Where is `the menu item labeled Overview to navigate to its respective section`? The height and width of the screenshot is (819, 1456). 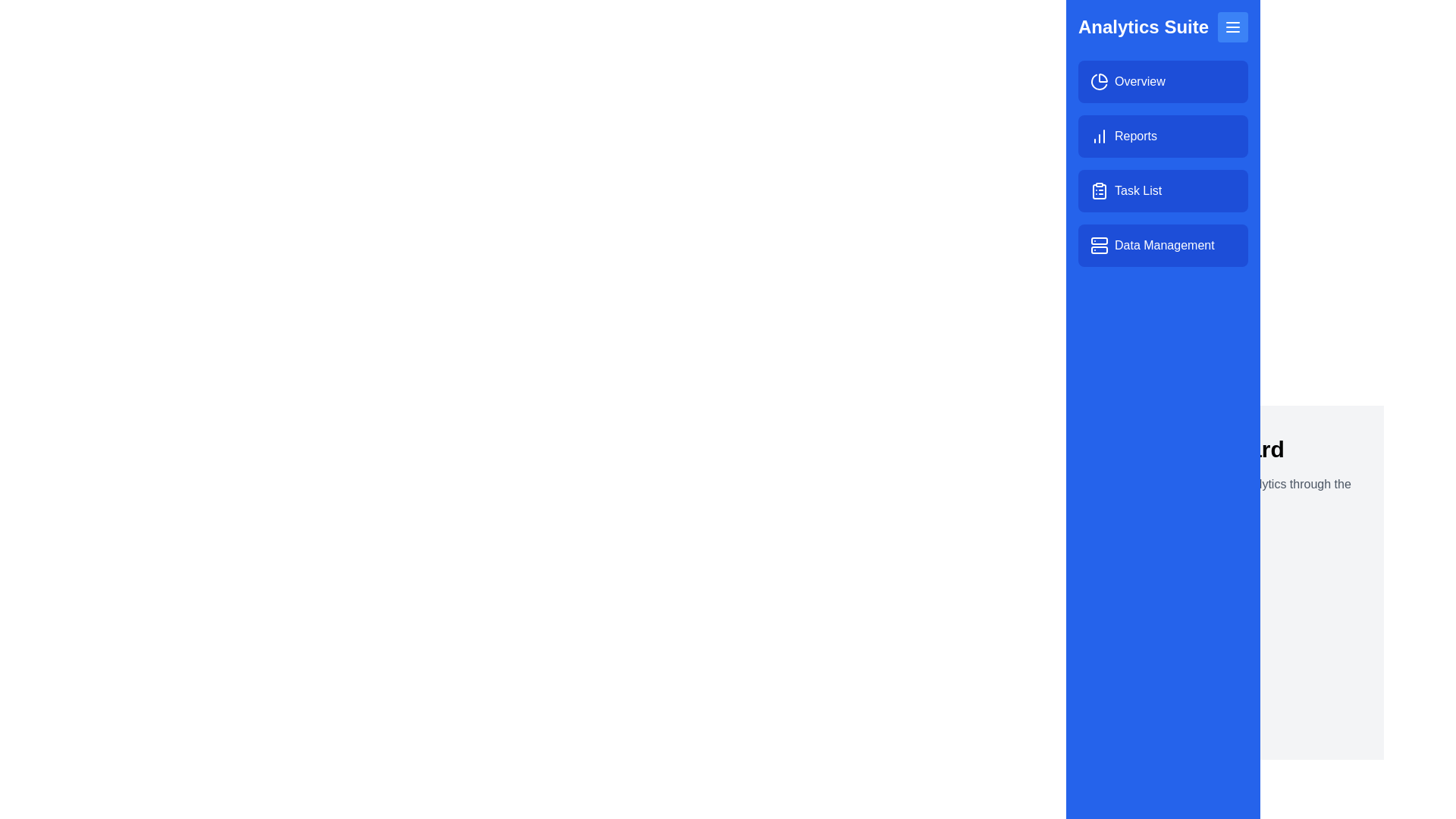 the menu item labeled Overview to navigate to its respective section is located at coordinates (1163, 82).